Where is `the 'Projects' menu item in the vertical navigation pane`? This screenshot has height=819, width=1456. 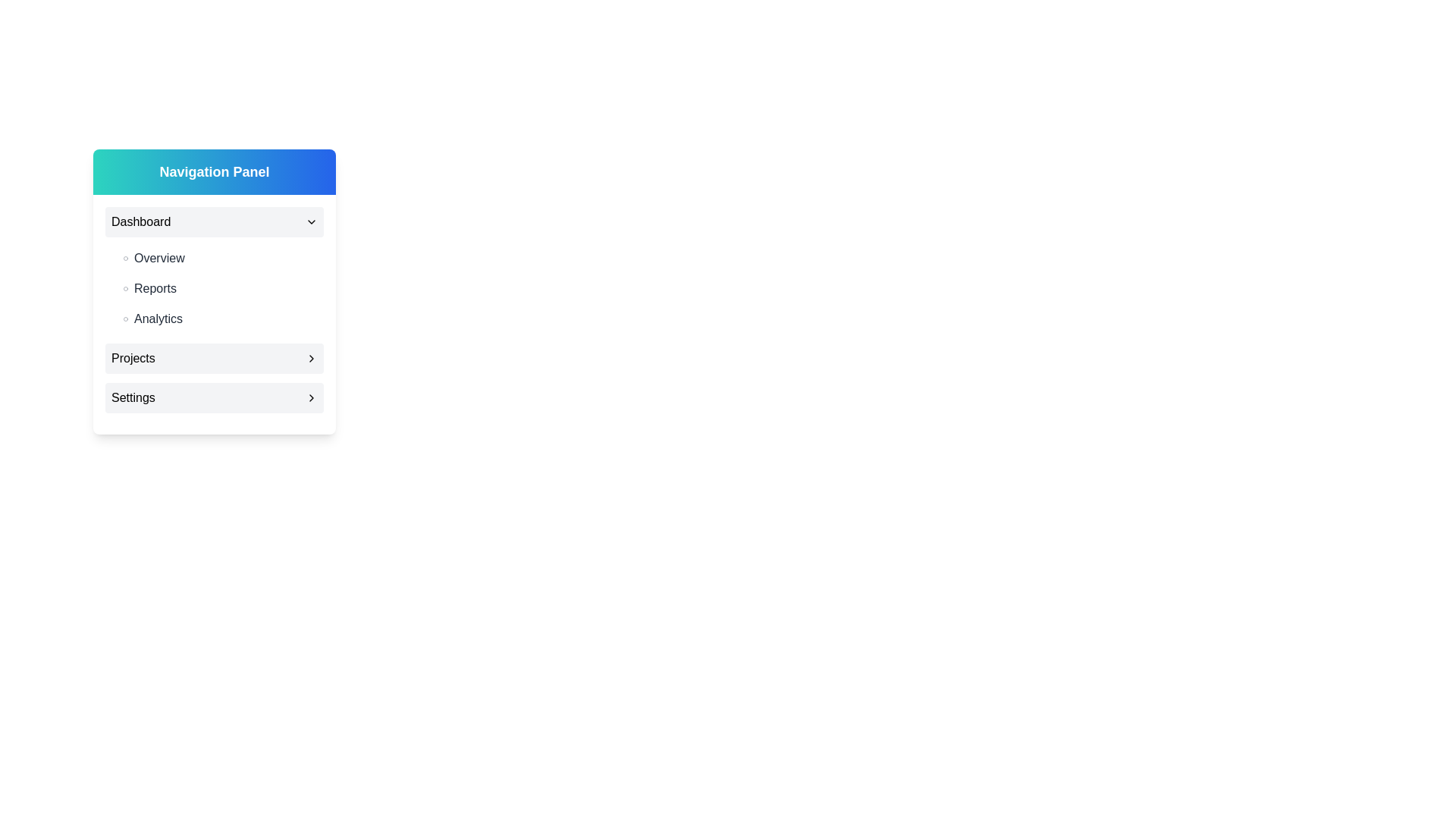 the 'Projects' menu item in the vertical navigation pane is located at coordinates (214, 359).